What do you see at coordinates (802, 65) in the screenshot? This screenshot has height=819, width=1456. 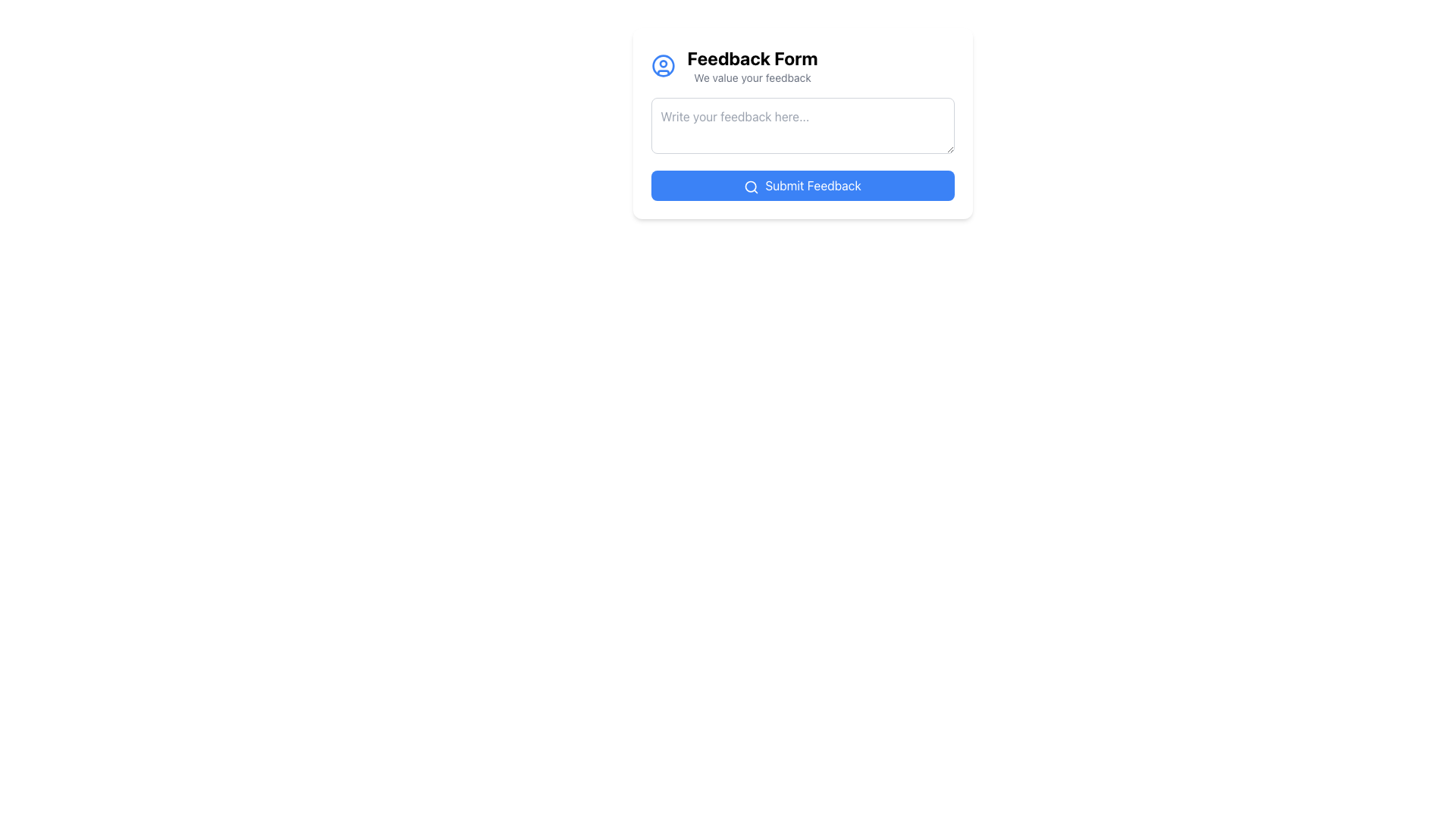 I see `the Text with icon header that consists of a blue user profile icon and the text 'Feedback Form' followed by 'We value your feedback'` at bounding box center [802, 65].